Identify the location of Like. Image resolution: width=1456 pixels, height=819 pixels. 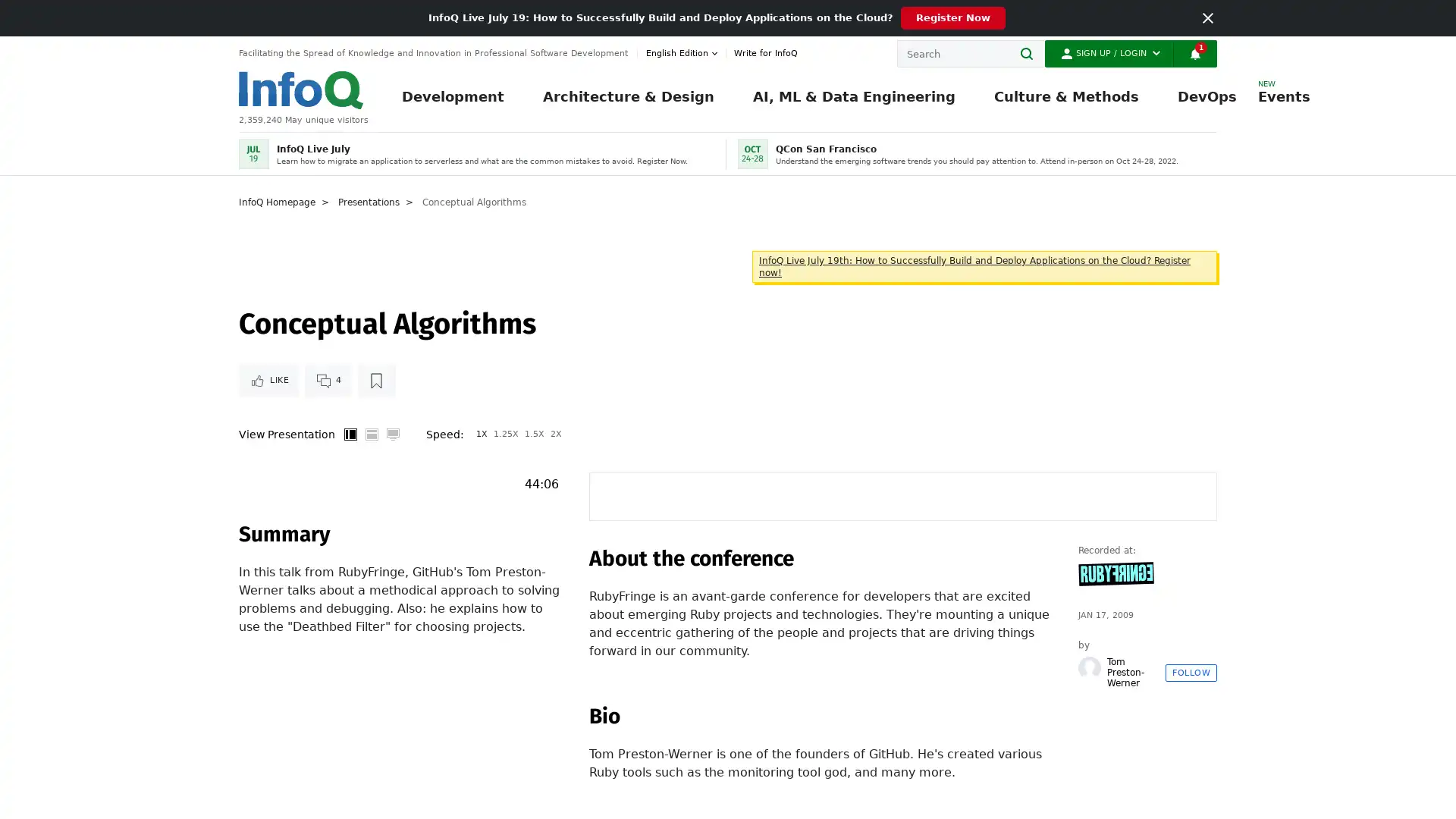
(268, 379).